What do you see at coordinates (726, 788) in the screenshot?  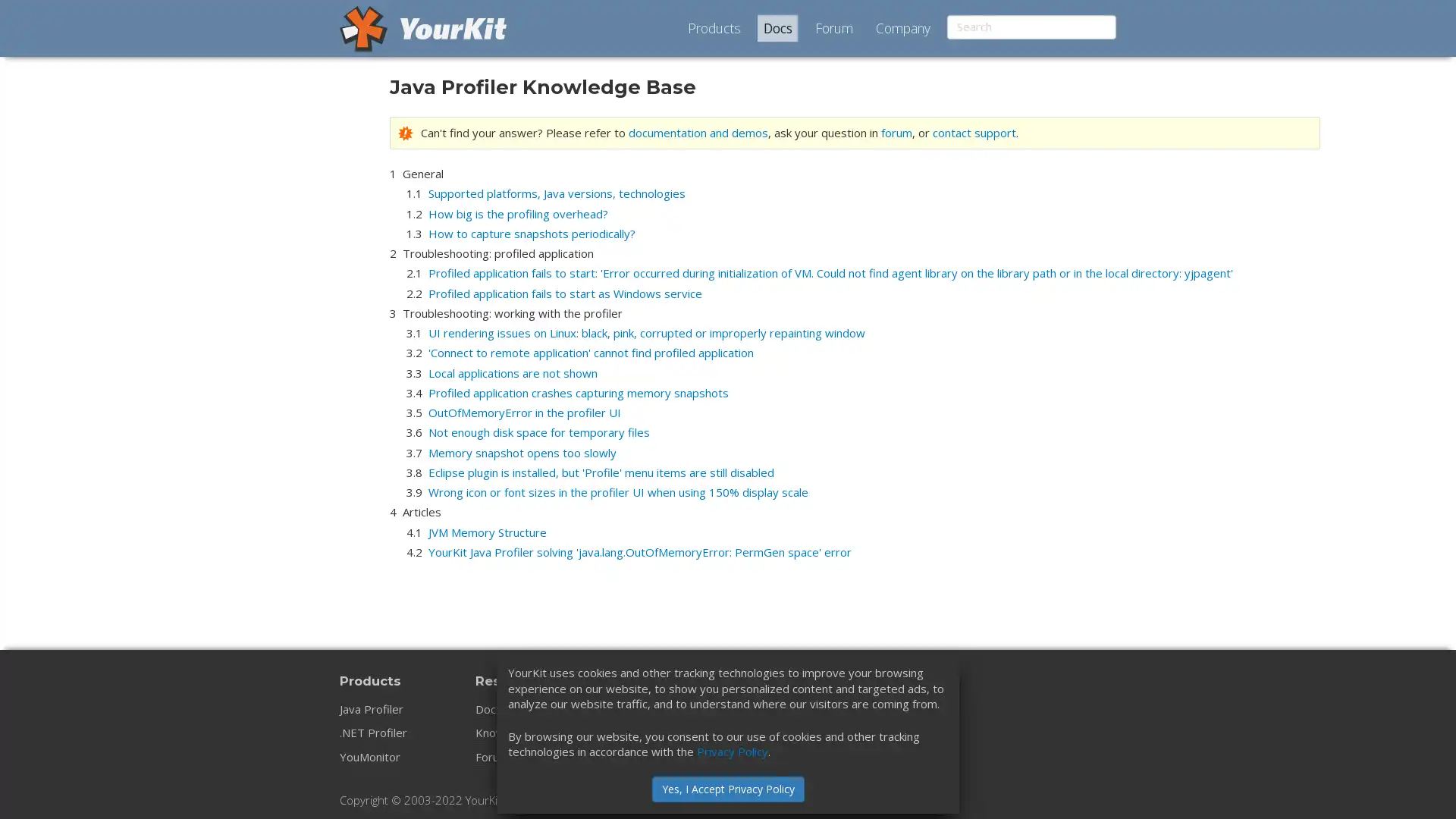 I see `Yes, I Accept Privacy Policy` at bounding box center [726, 788].